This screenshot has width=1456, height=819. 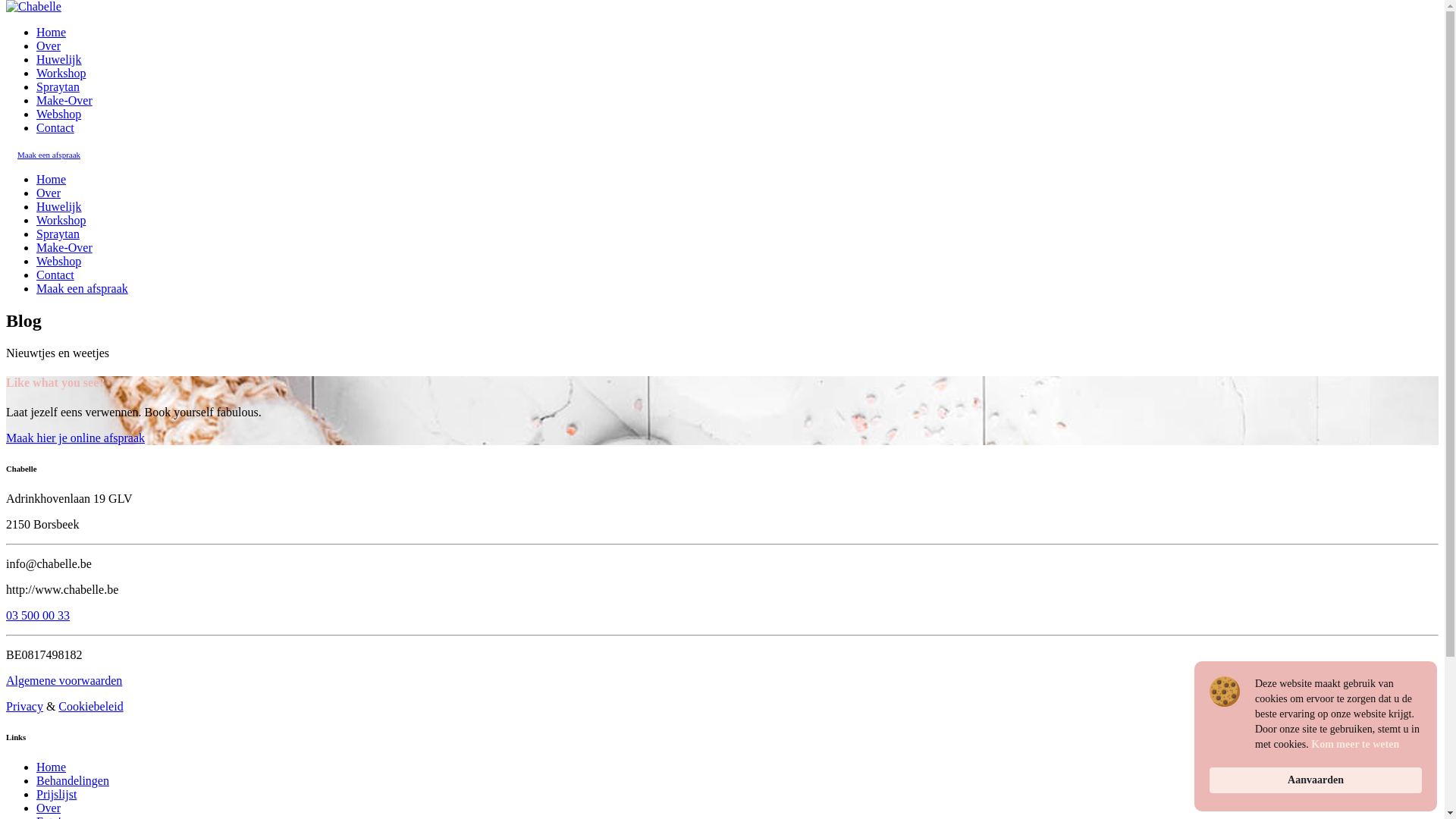 I want to click on 'Maak een afspraak', so click(x=49, y=155).